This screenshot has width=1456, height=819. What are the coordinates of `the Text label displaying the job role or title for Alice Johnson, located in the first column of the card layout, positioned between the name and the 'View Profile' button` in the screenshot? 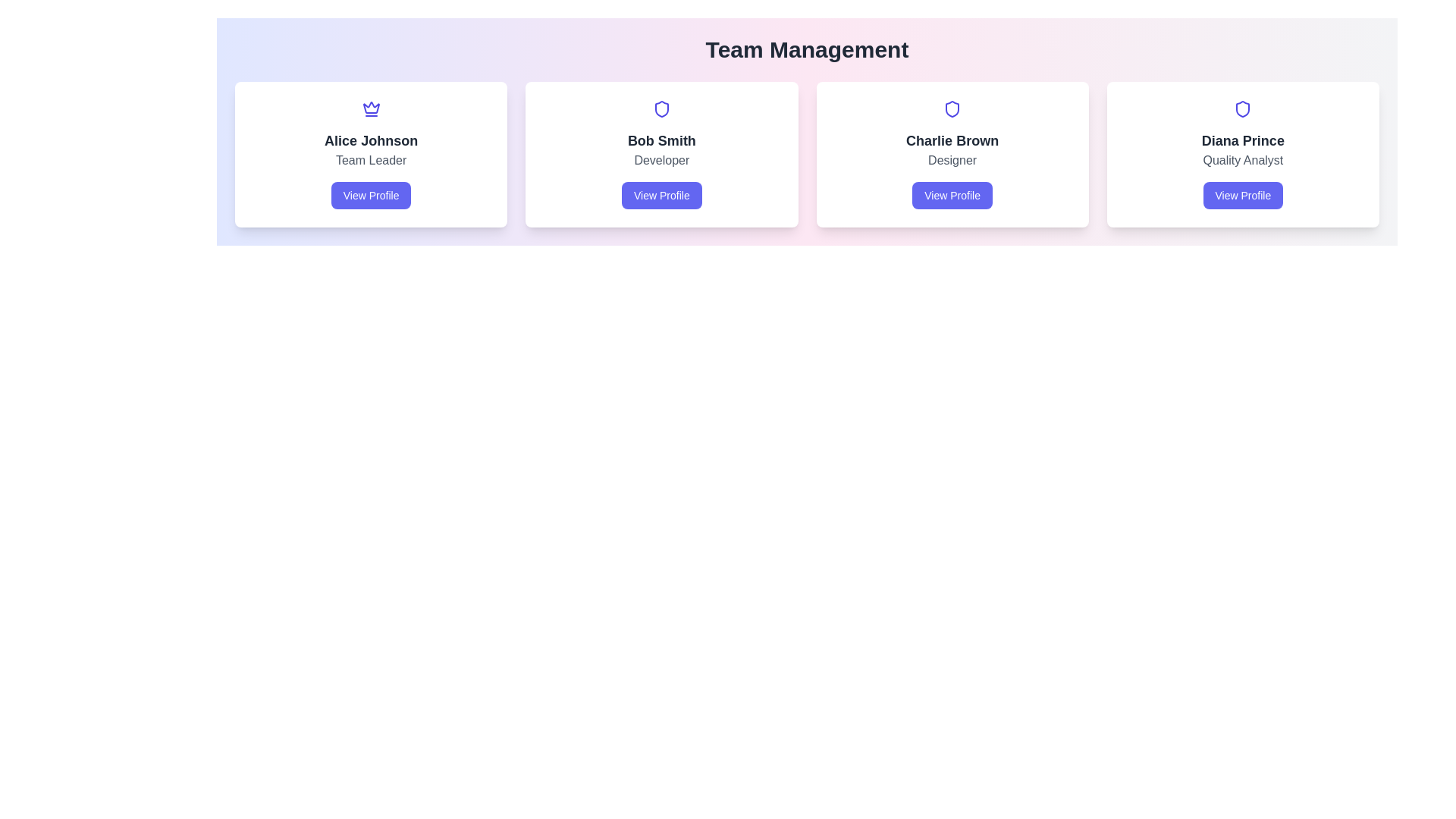 It's located at (371, 161).